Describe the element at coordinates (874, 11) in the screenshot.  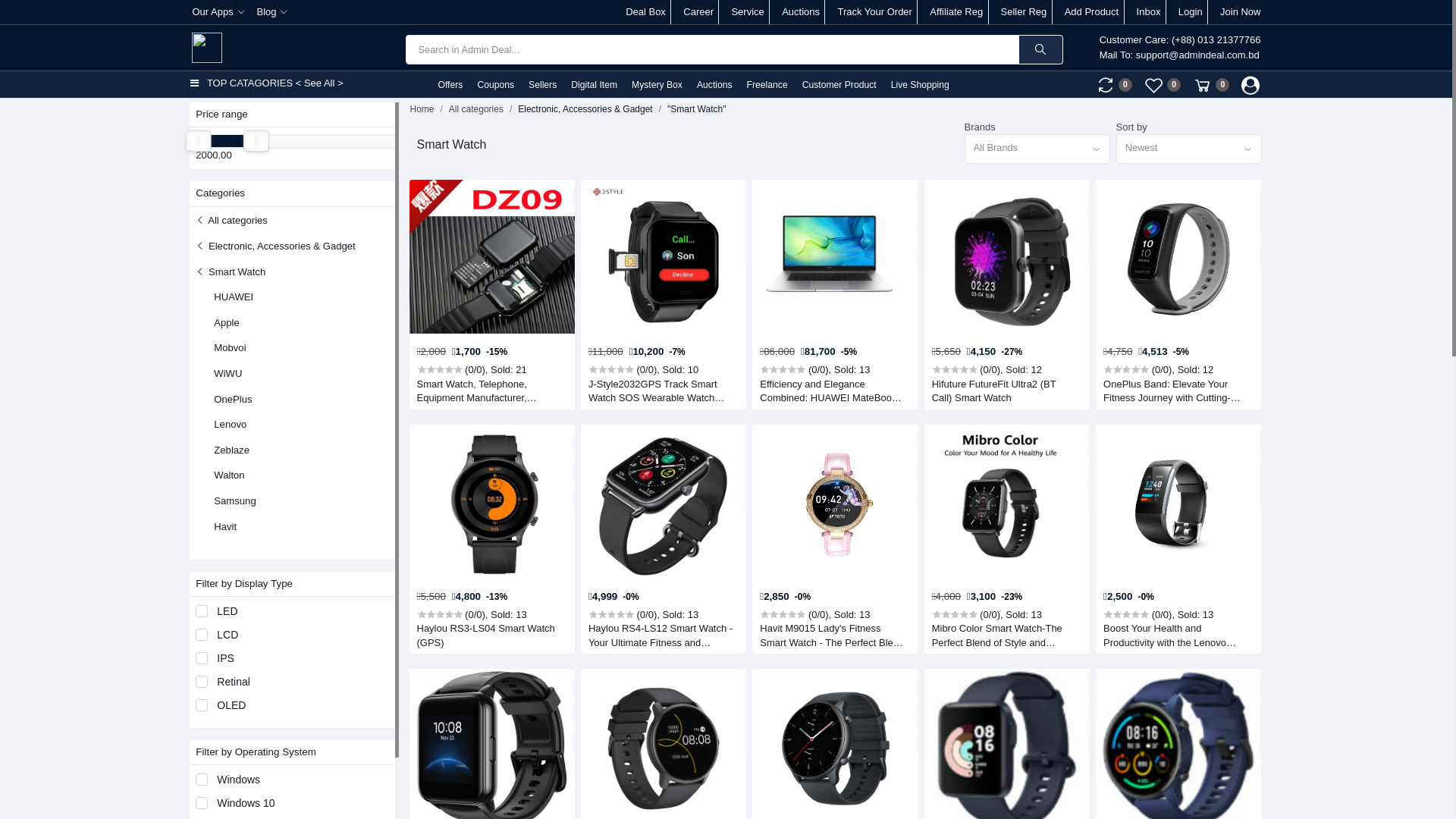
I see `'Track Your Order'` at that location.